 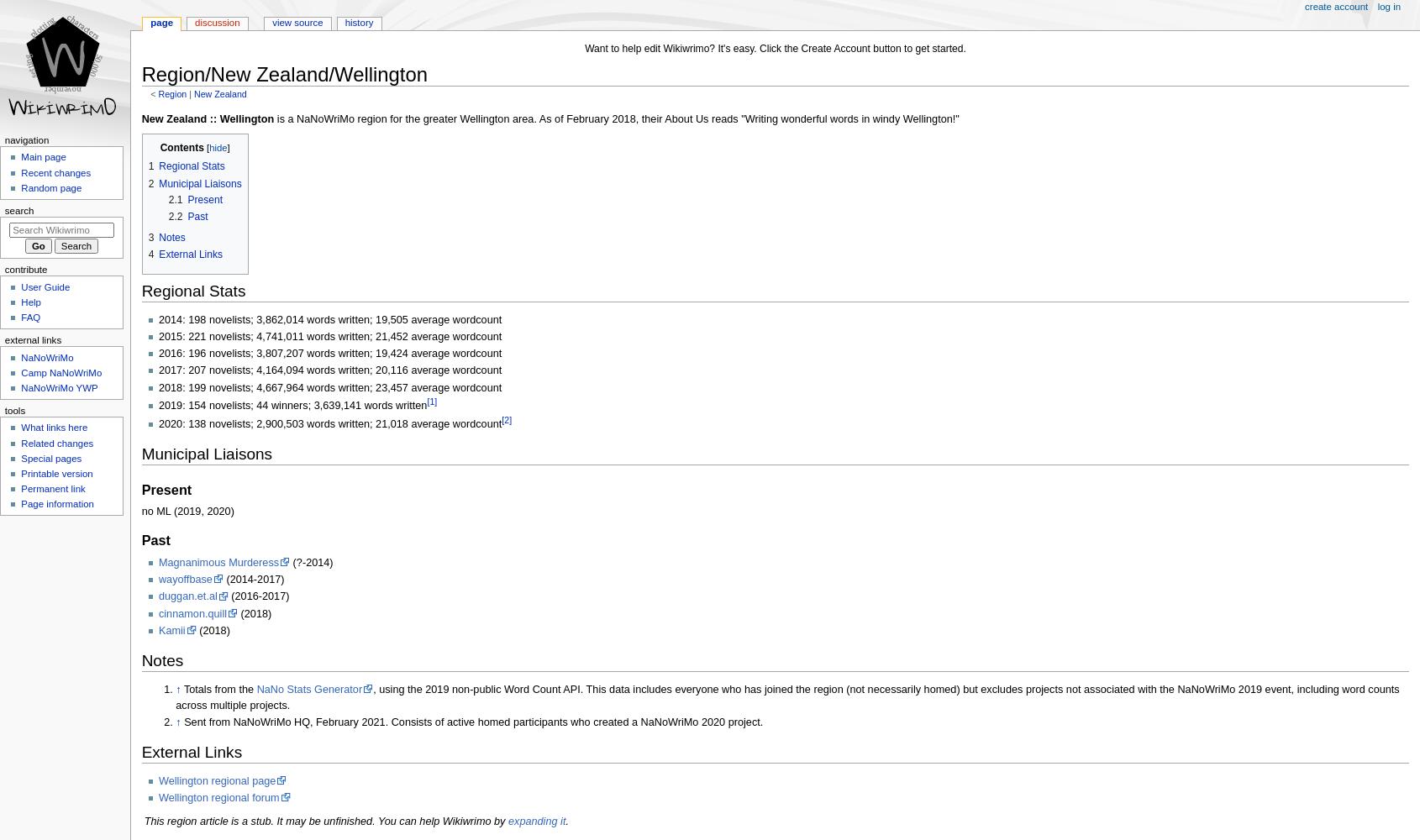 I want to click on 'FAQ', so click(x=29, y=317).